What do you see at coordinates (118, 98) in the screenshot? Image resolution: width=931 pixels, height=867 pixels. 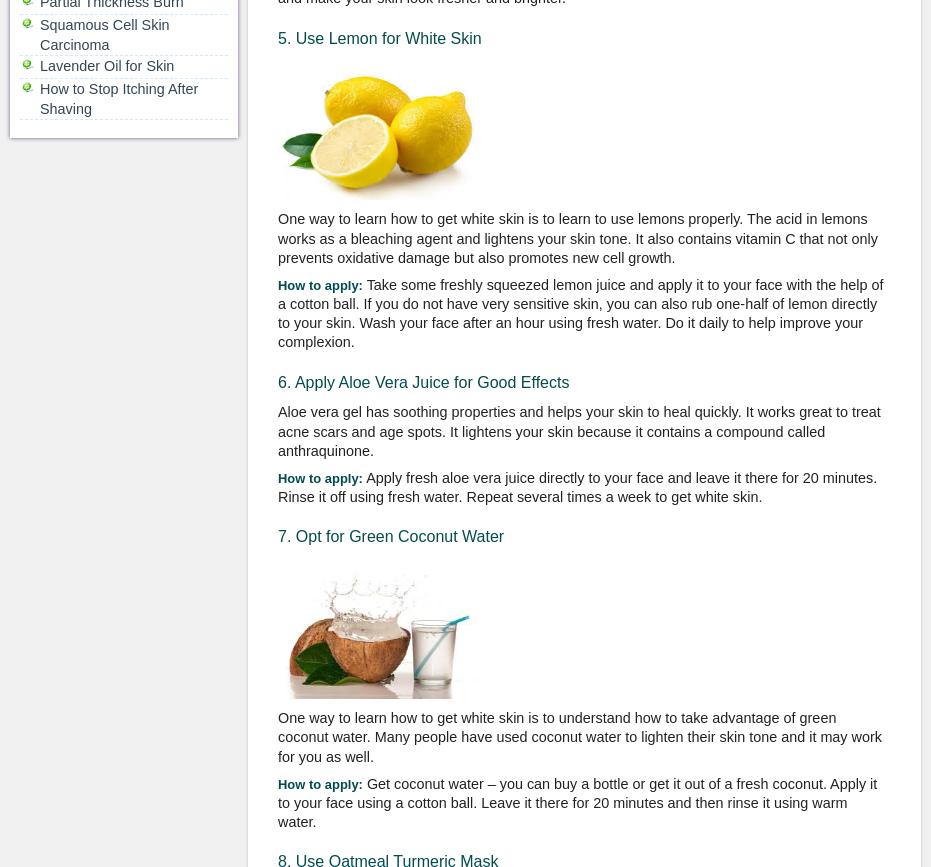 I see `'How to Stop Itching After Shaving'` at bounding box center [118, 98].